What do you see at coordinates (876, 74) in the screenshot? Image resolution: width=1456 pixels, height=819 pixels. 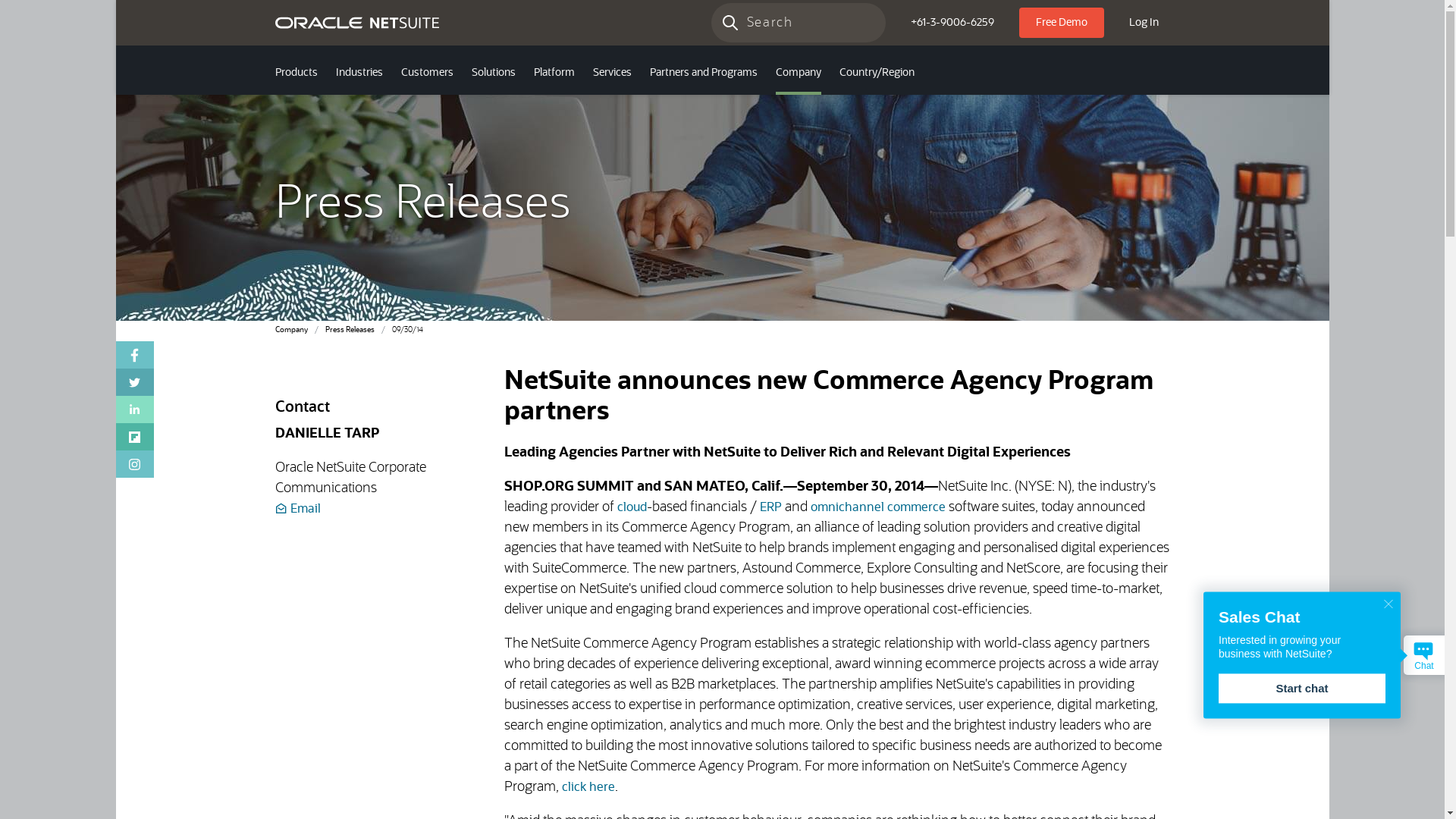 I see `'Country/Region'` at bounding box center [876, 74].